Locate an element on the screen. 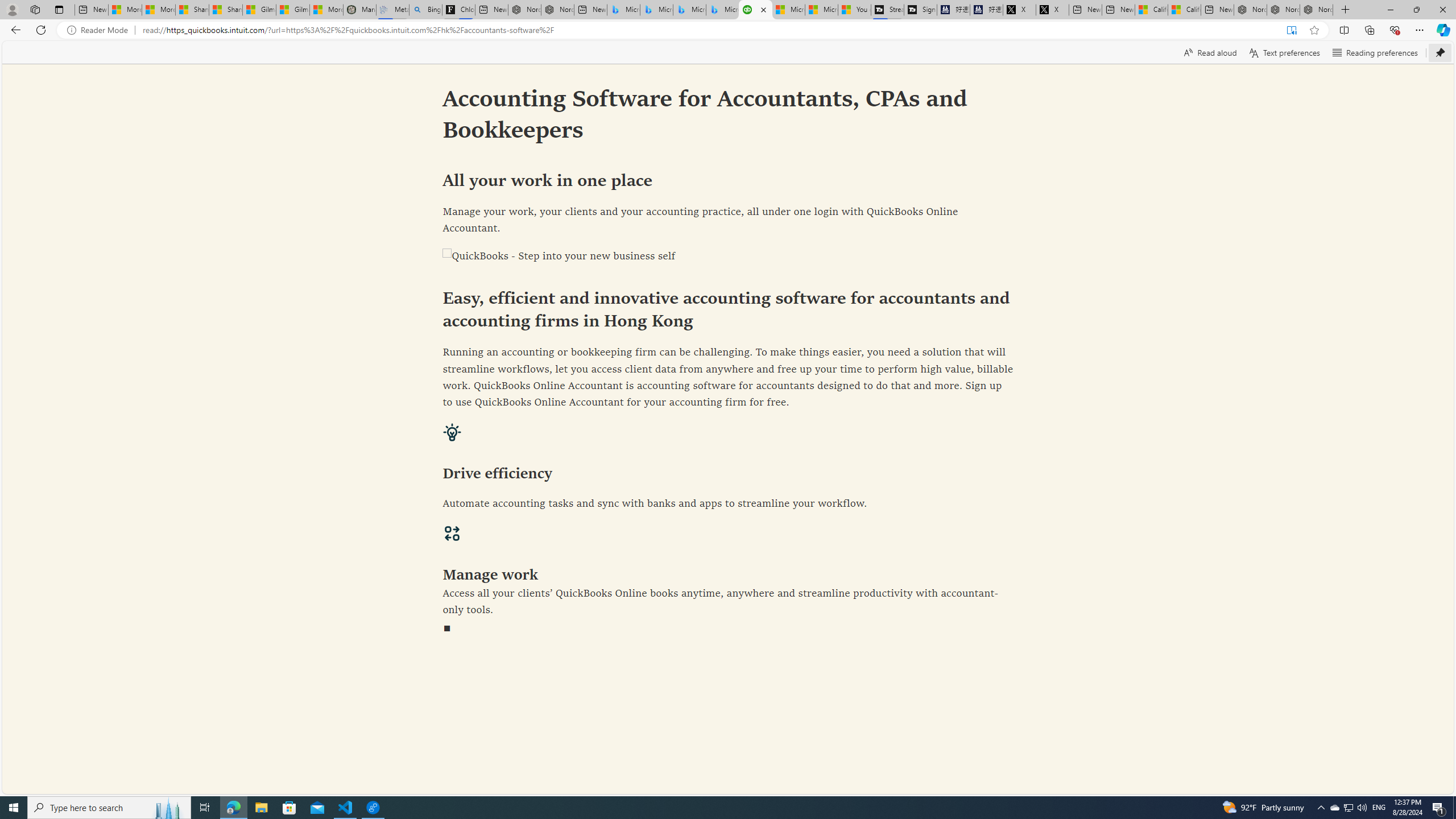 This screenshot has height=819, width=1456. 'Manatee Mortality Statistics | FWC' is located at coordinates (359, 9).